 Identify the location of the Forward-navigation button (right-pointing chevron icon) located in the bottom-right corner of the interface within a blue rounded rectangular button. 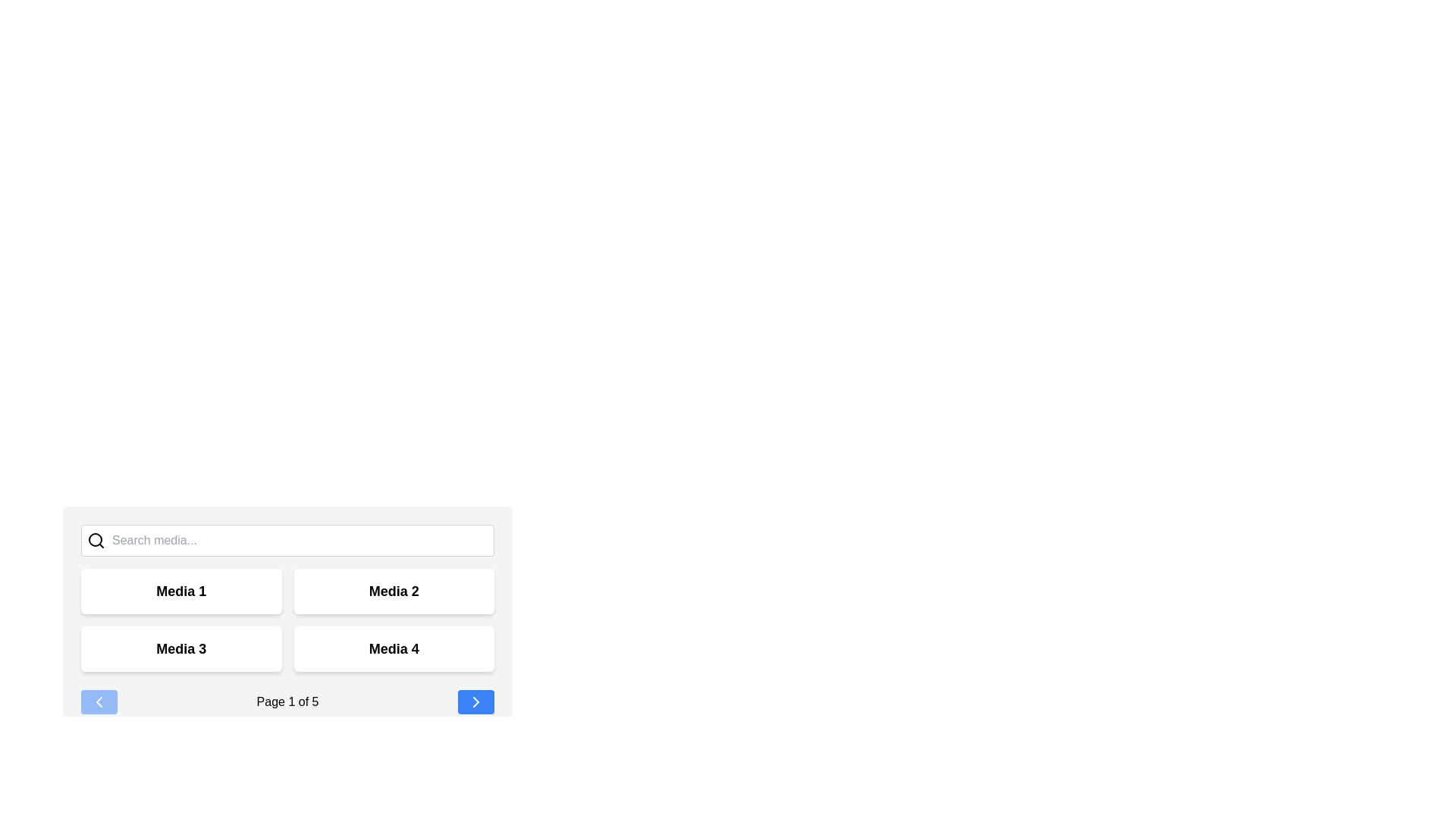
(475, 701).